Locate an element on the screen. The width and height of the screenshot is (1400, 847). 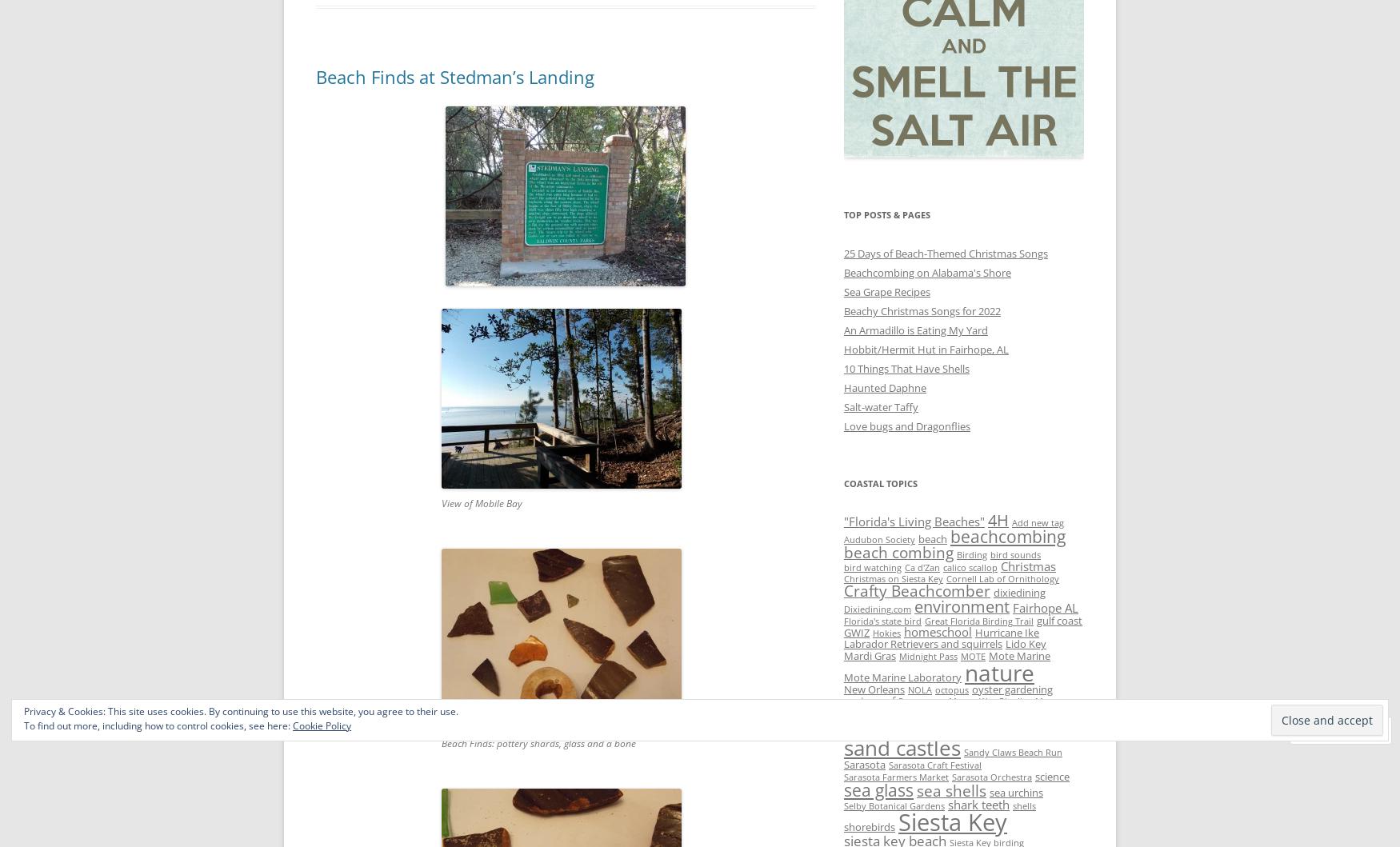
'sea glass' is located at coordinates (878, 788).